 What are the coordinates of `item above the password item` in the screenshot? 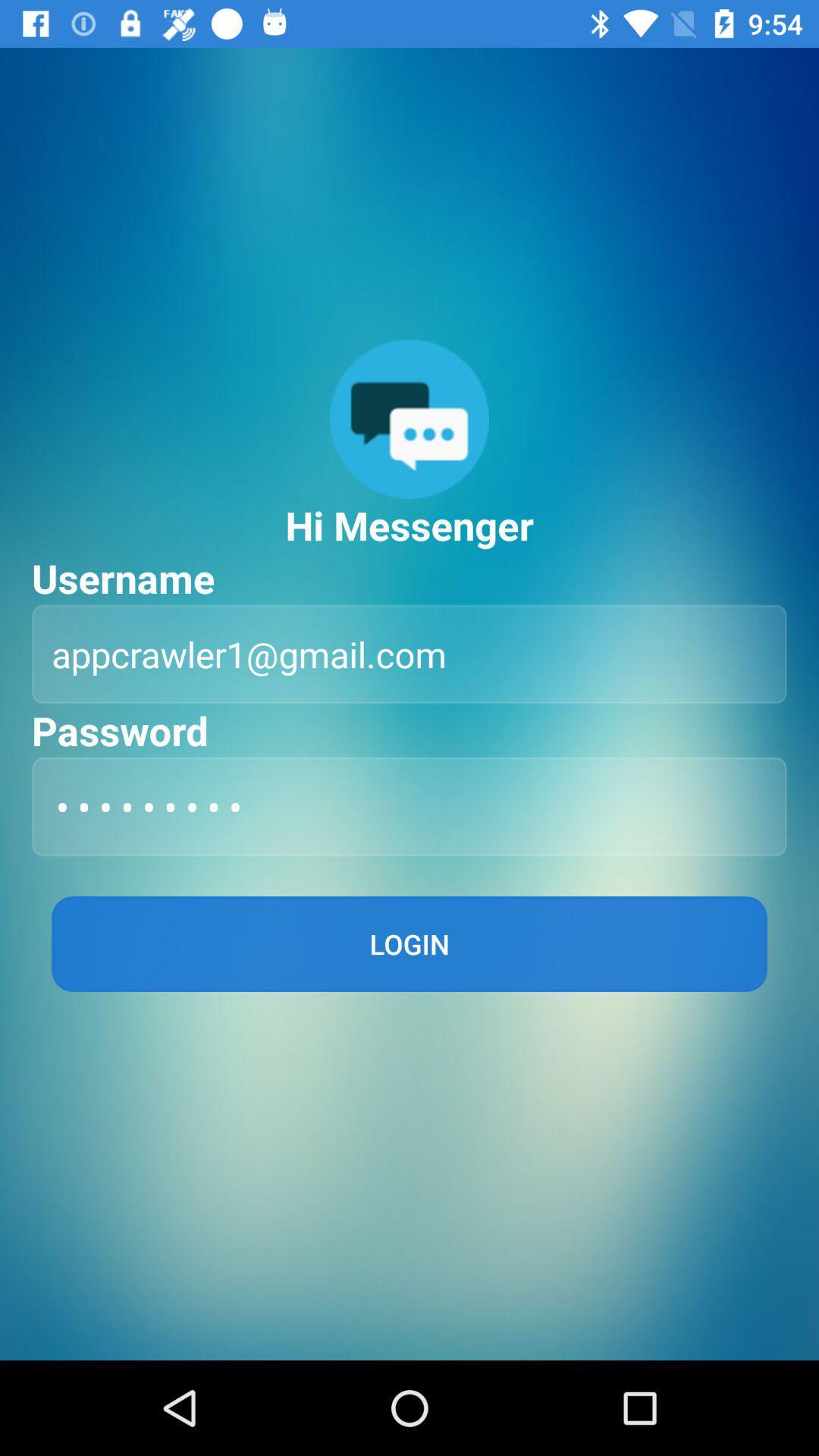 It's located at (409, 654).